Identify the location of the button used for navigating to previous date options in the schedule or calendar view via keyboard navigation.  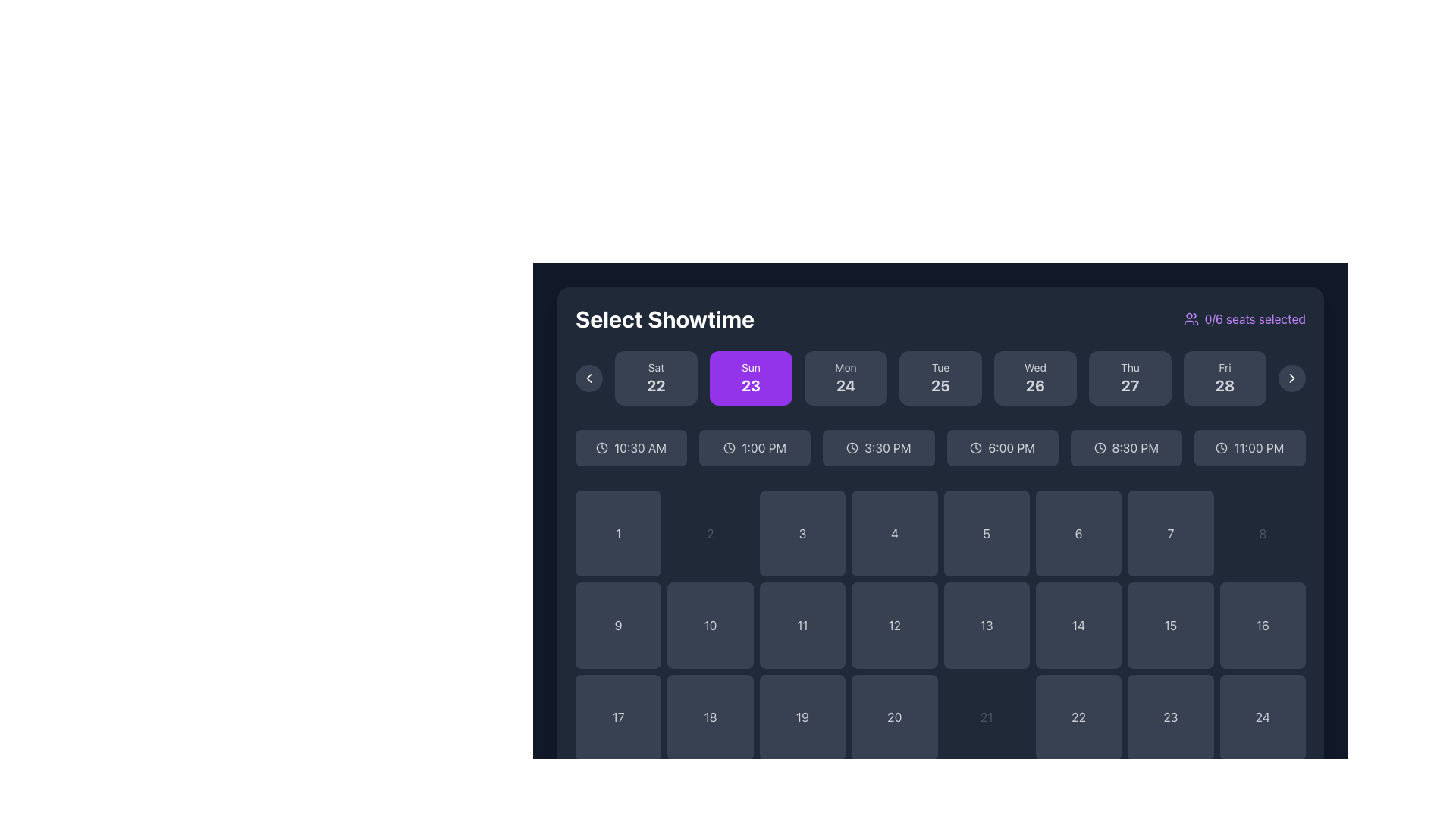
(588, 377).